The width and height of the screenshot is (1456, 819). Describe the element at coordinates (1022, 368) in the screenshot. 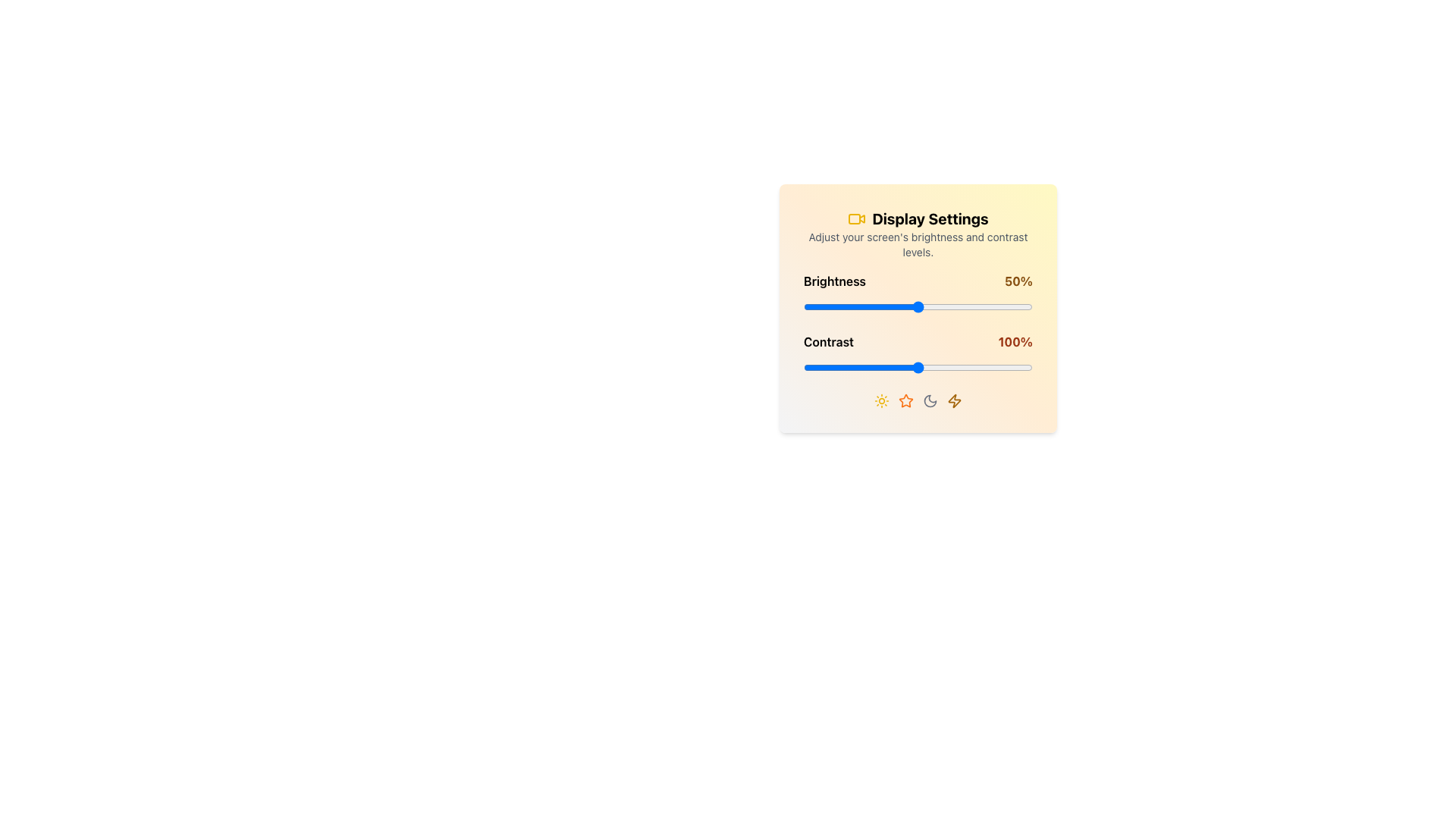

I see `contrast` at that location.